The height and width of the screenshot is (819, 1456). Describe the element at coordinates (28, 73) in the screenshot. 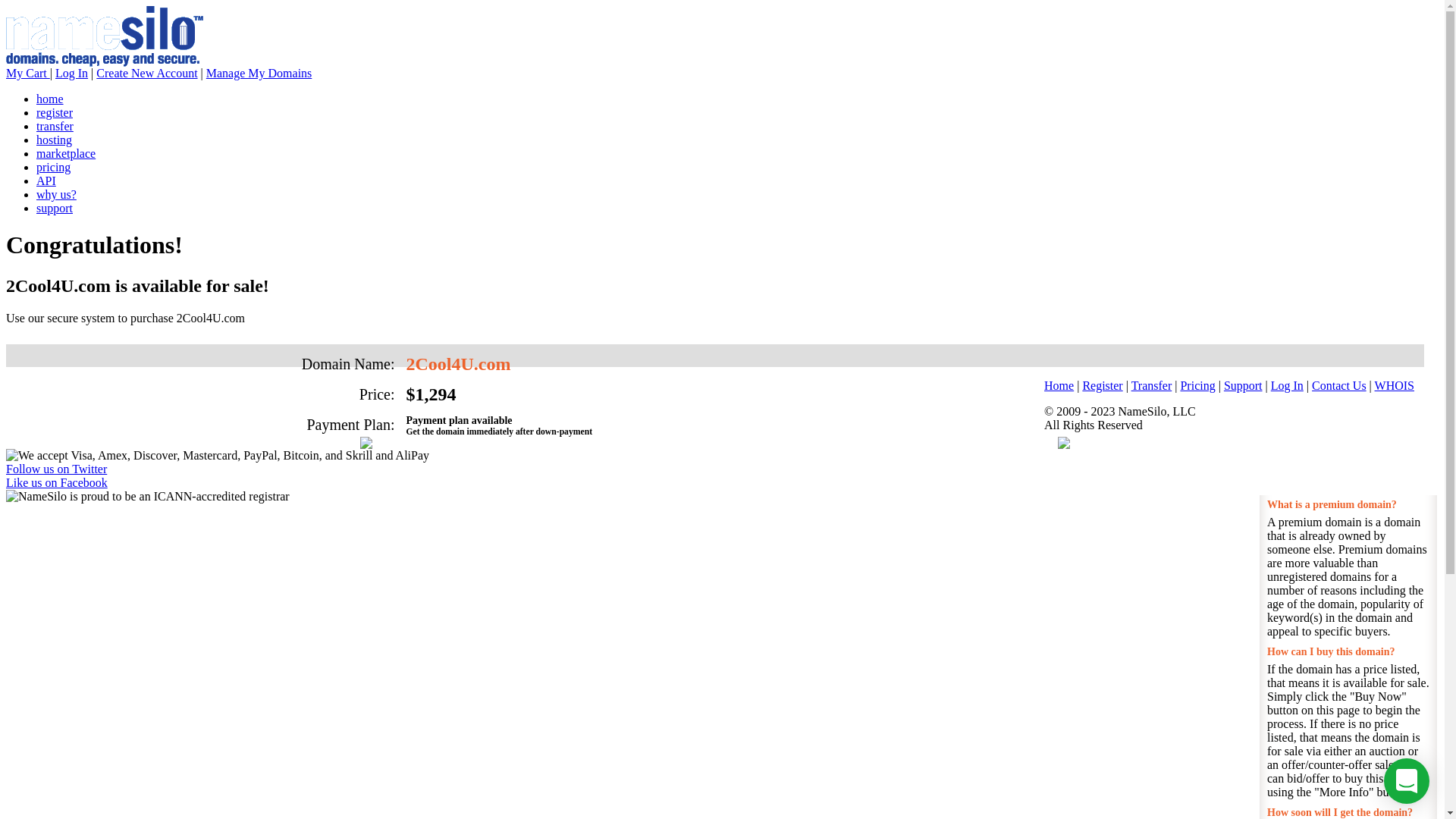

I see `'My Cart'` at that location.